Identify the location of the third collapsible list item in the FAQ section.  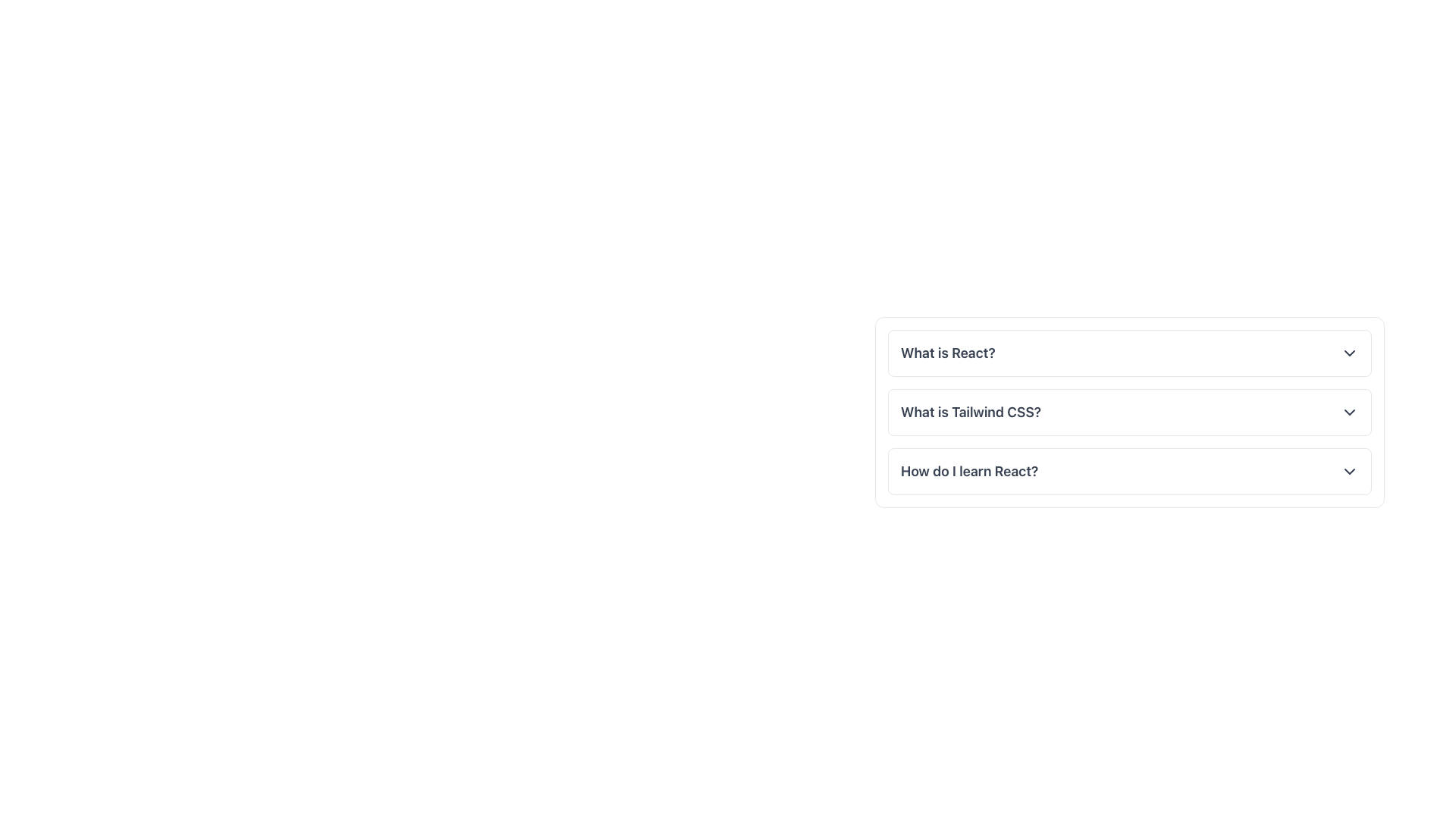
(1129, 470).